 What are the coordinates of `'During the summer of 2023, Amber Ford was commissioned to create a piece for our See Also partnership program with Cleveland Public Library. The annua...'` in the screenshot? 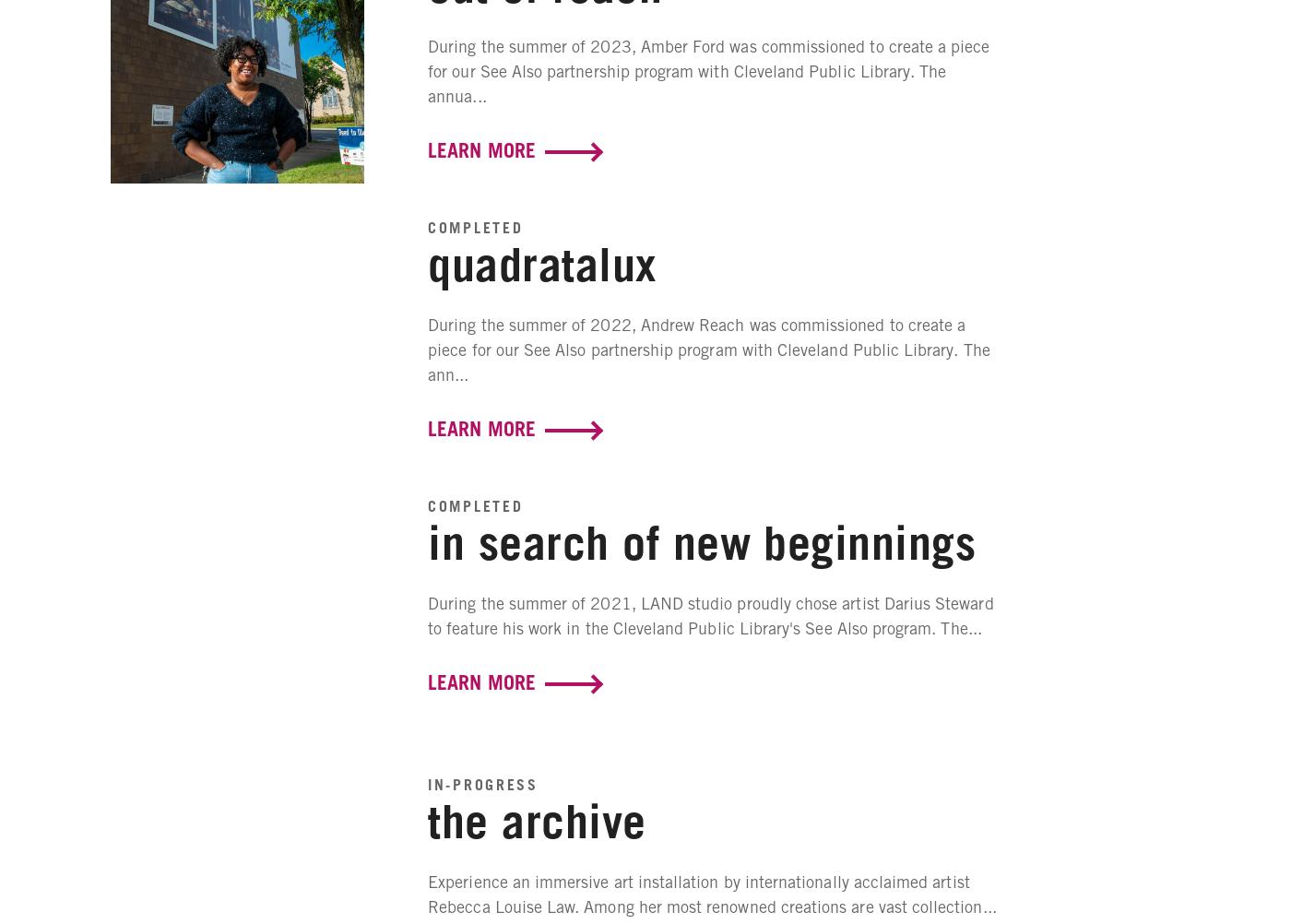 It's located at (708, 70).